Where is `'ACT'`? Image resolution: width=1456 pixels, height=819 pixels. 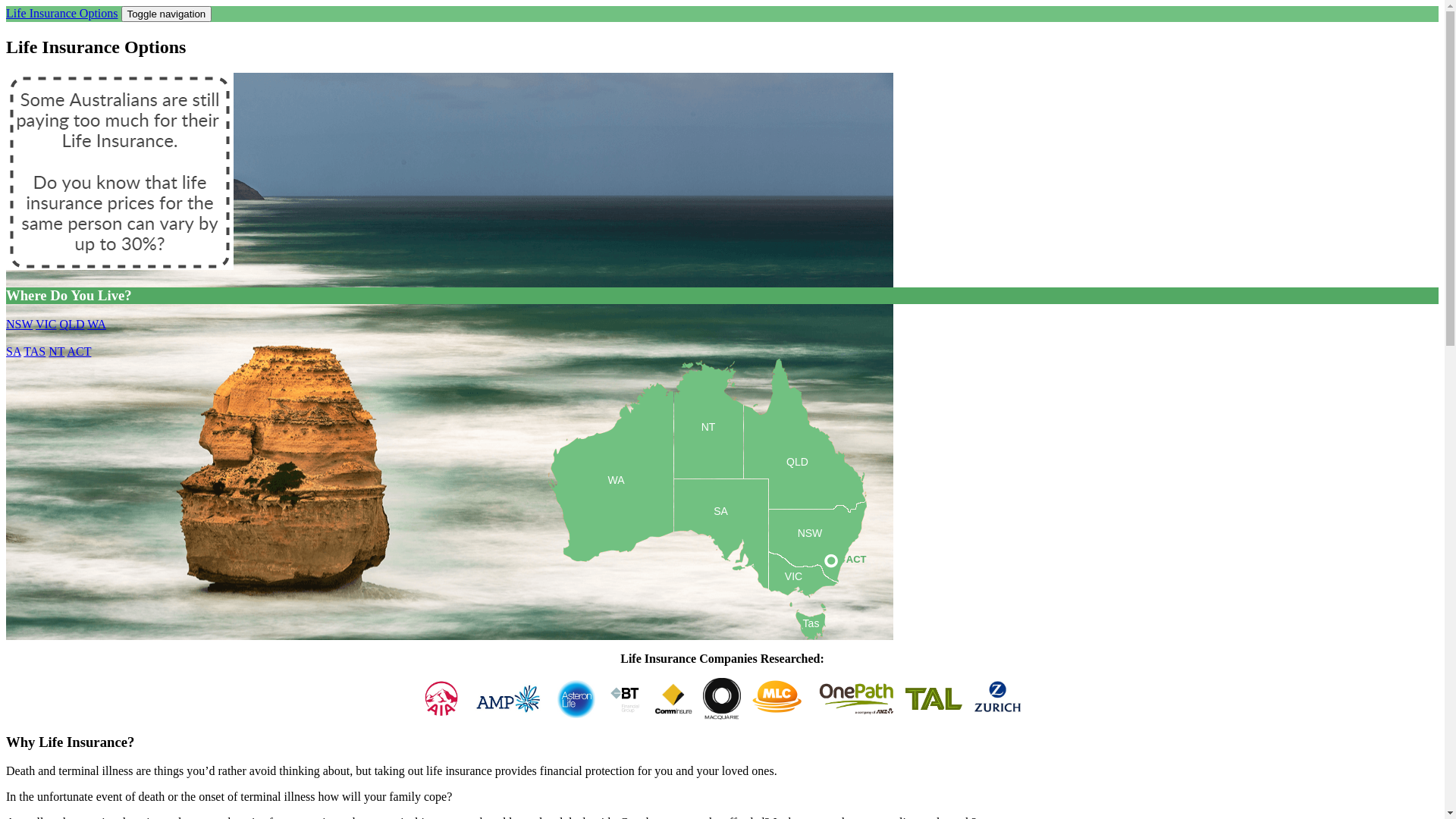
'ACT' is located at coordinates (78, 351).